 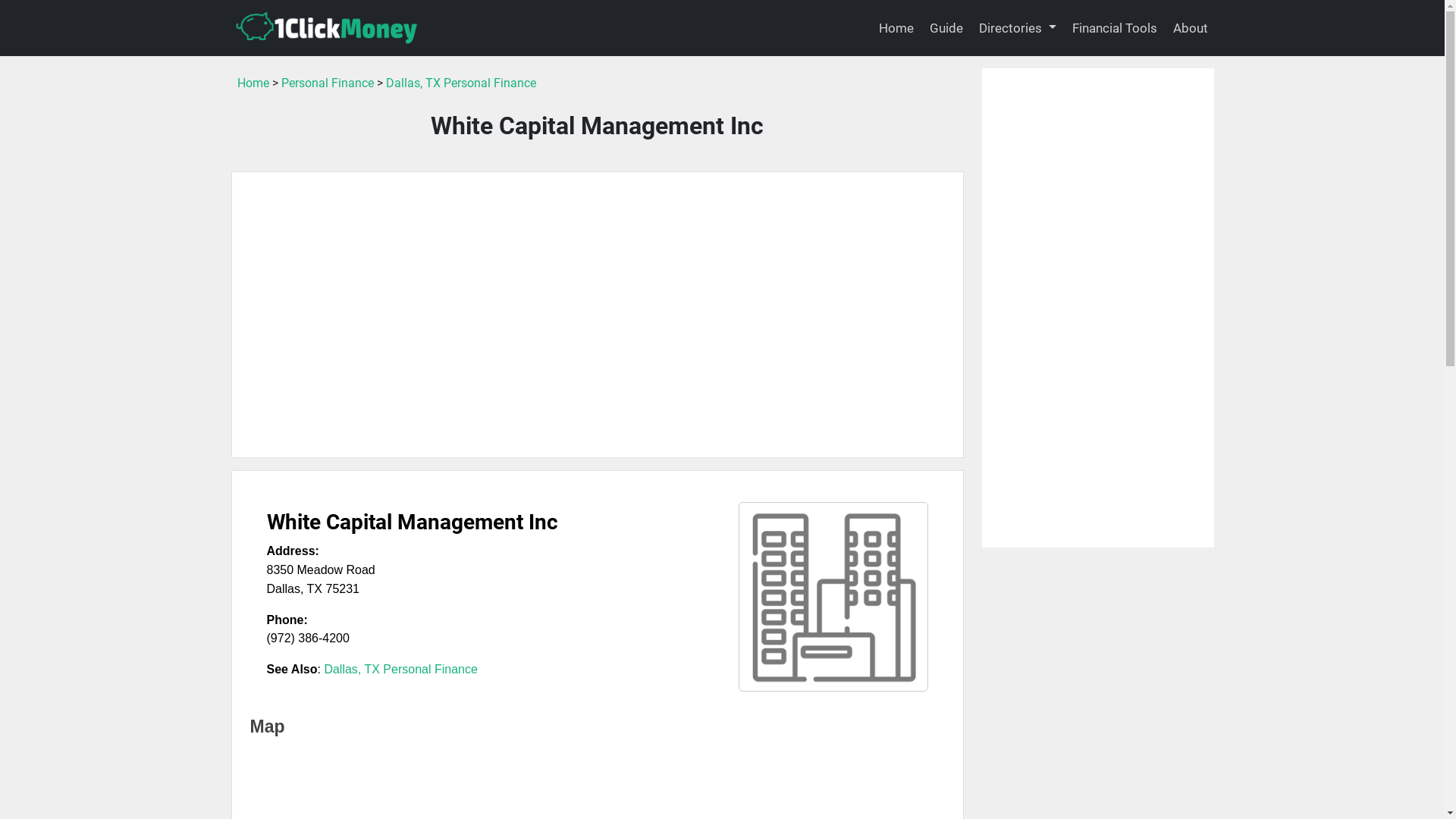 I want to click on 'Personal Finance', so click(x=326, y=83).